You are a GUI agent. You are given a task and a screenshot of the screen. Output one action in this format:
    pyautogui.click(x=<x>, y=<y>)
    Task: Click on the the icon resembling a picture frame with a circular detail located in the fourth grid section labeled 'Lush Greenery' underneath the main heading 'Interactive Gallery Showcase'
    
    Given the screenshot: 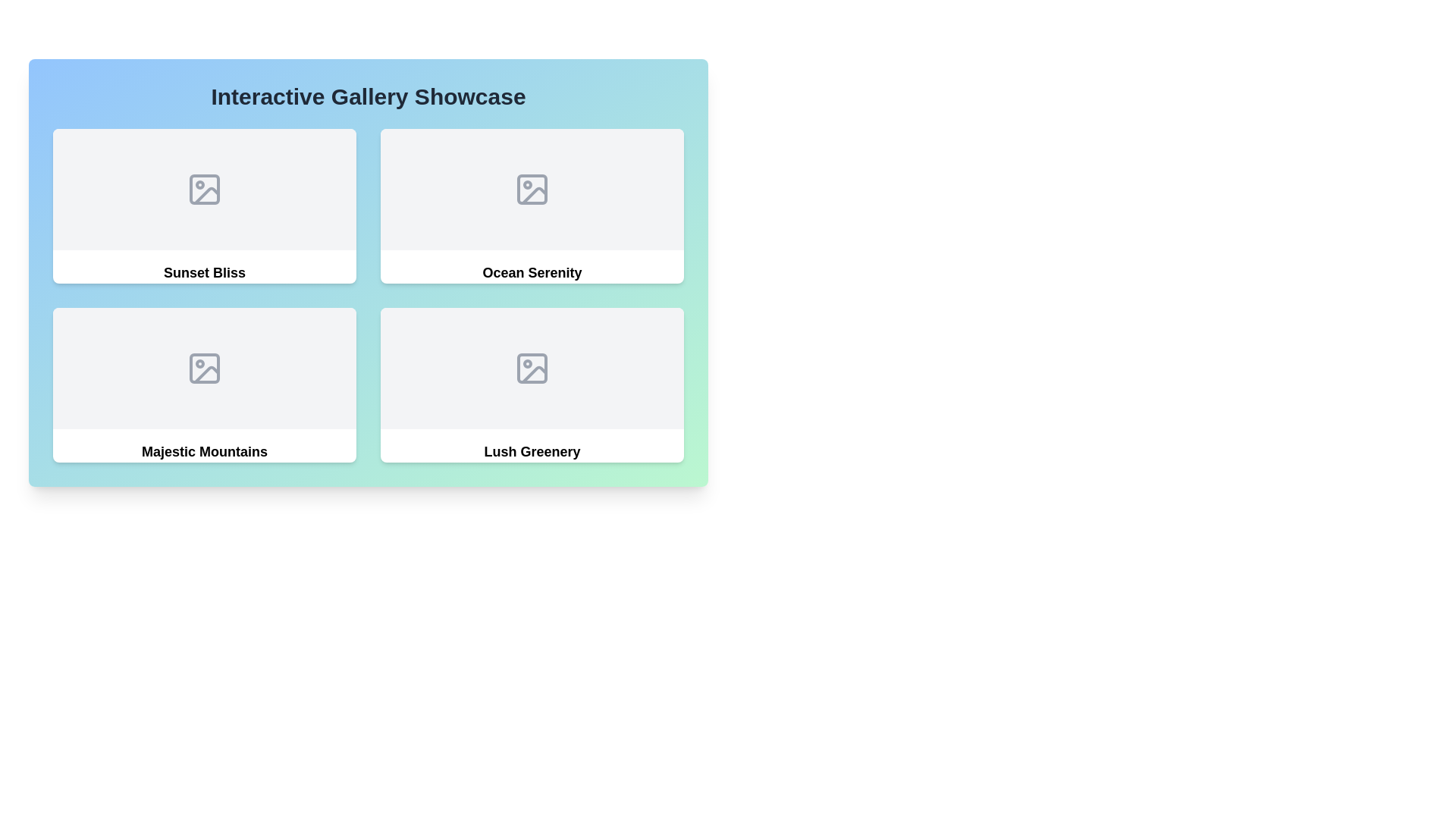 What is the action you would take?
    pyautogui.click(x=532, y=369)
    